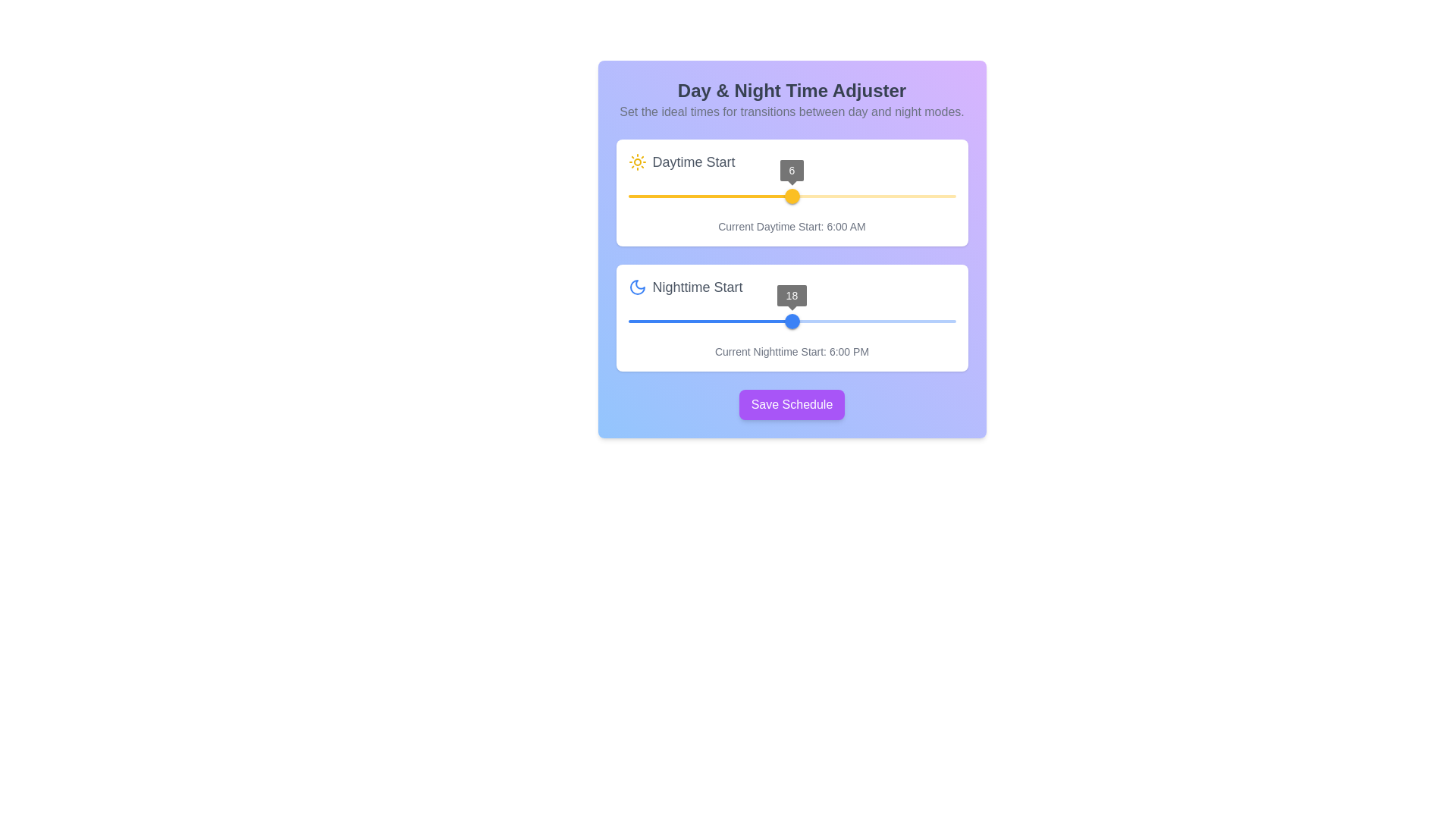  I want to click on nighttime start hour, so click(642, 321).